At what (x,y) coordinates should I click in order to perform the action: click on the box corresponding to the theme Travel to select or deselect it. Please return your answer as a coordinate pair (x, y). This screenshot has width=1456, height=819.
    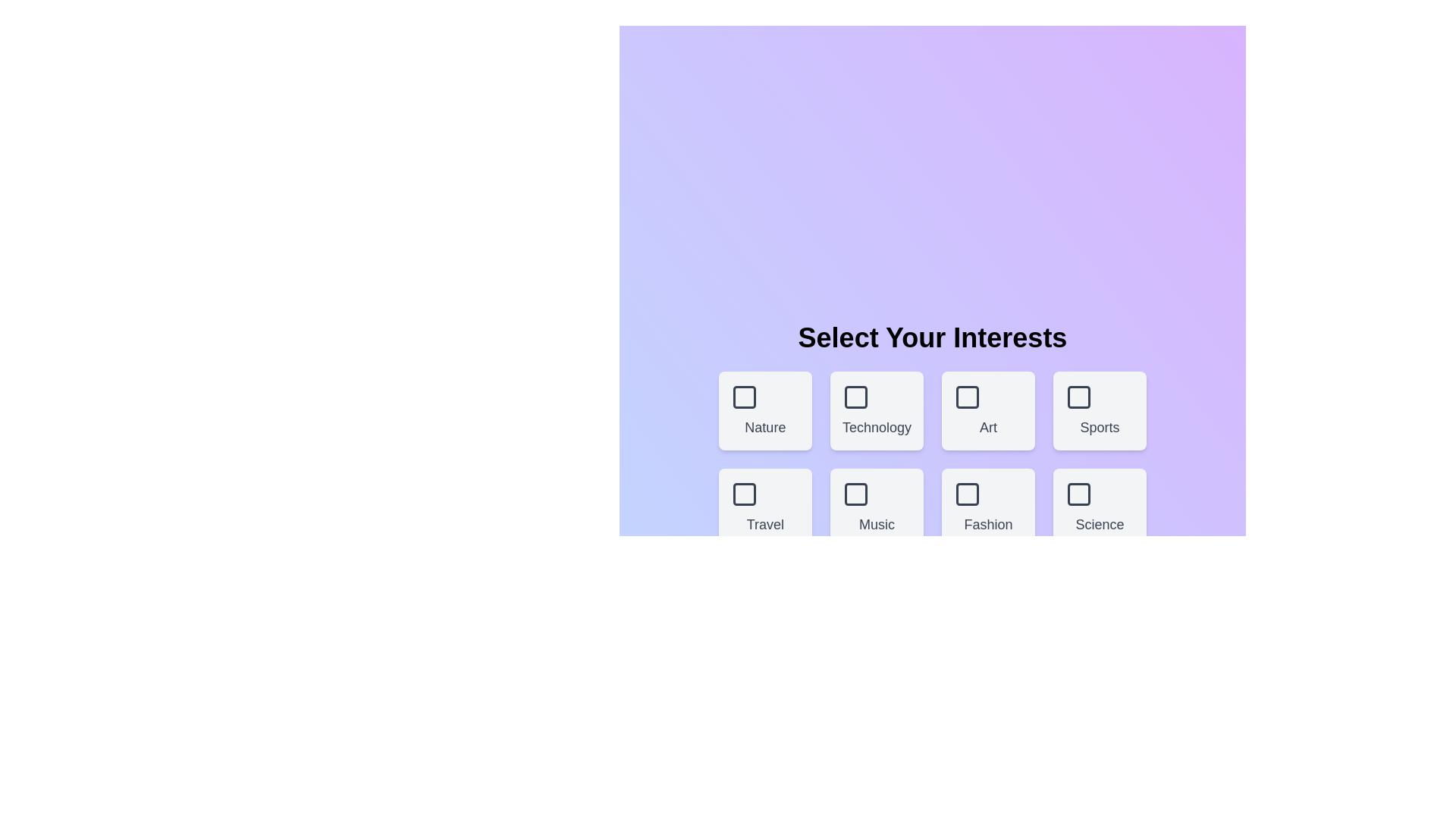
    Looking at the image, I should click on (764, 508).